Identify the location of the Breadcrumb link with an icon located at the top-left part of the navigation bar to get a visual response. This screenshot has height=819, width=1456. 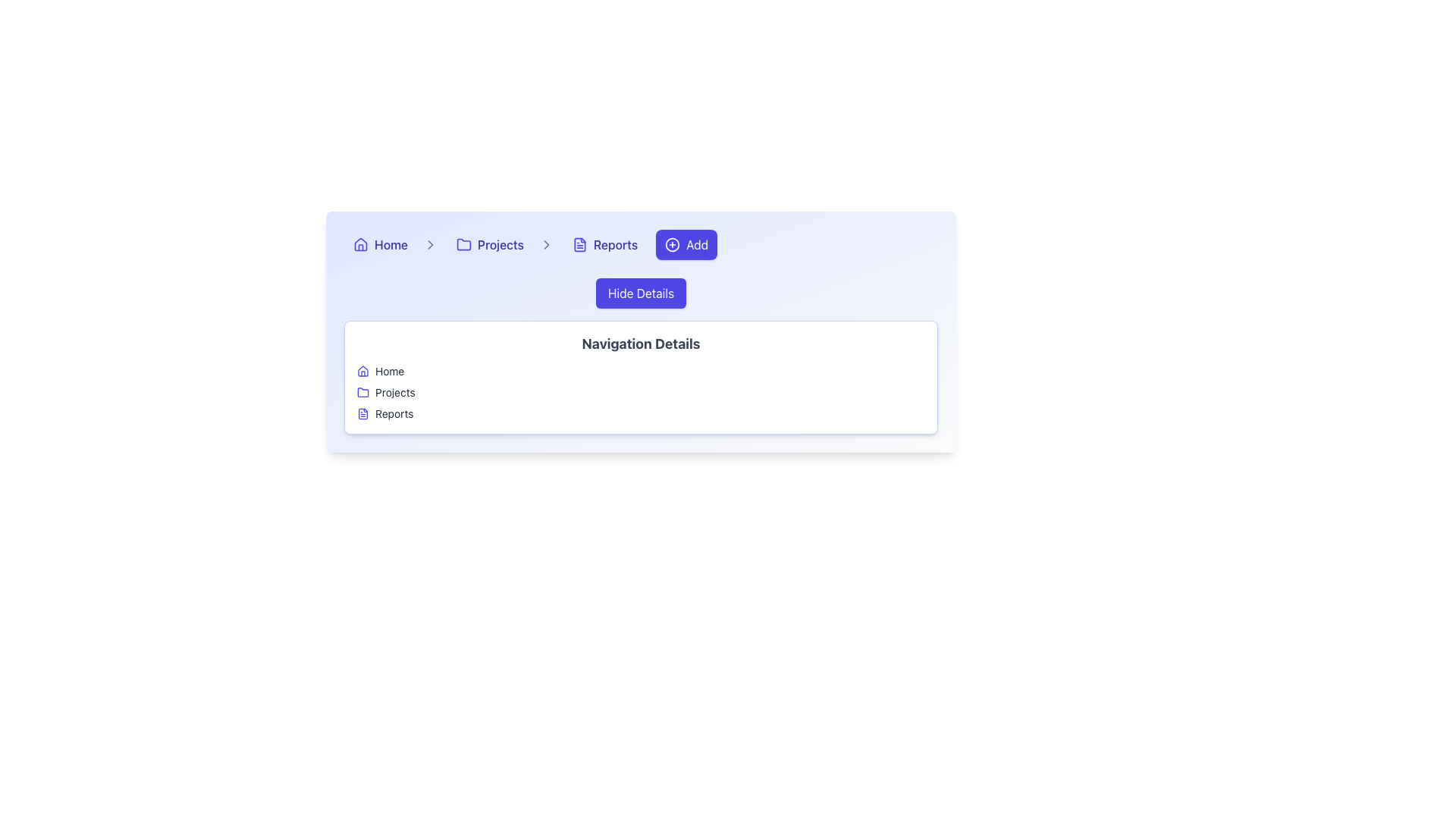
(381, 244).